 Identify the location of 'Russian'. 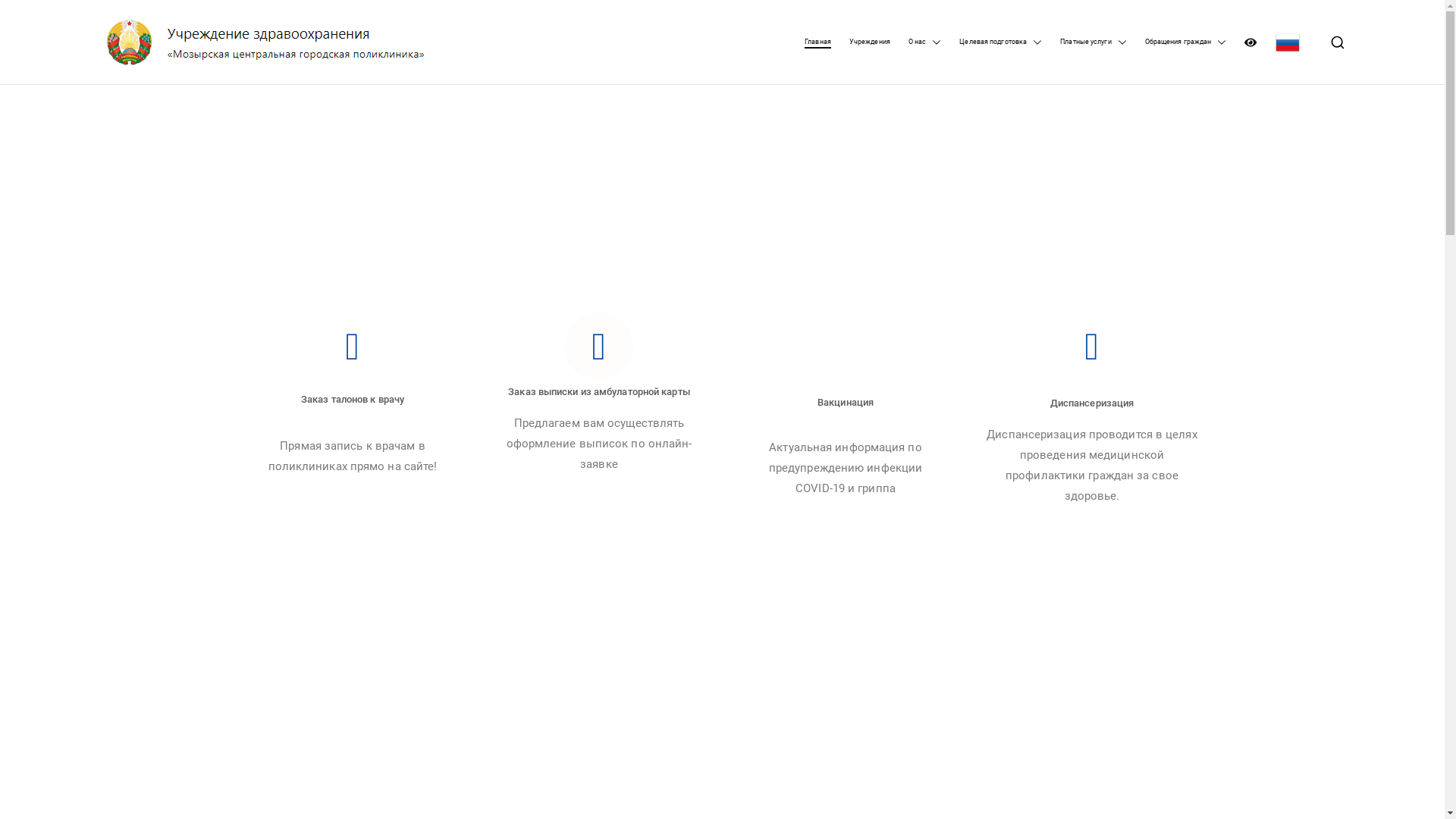
(1287, 42).